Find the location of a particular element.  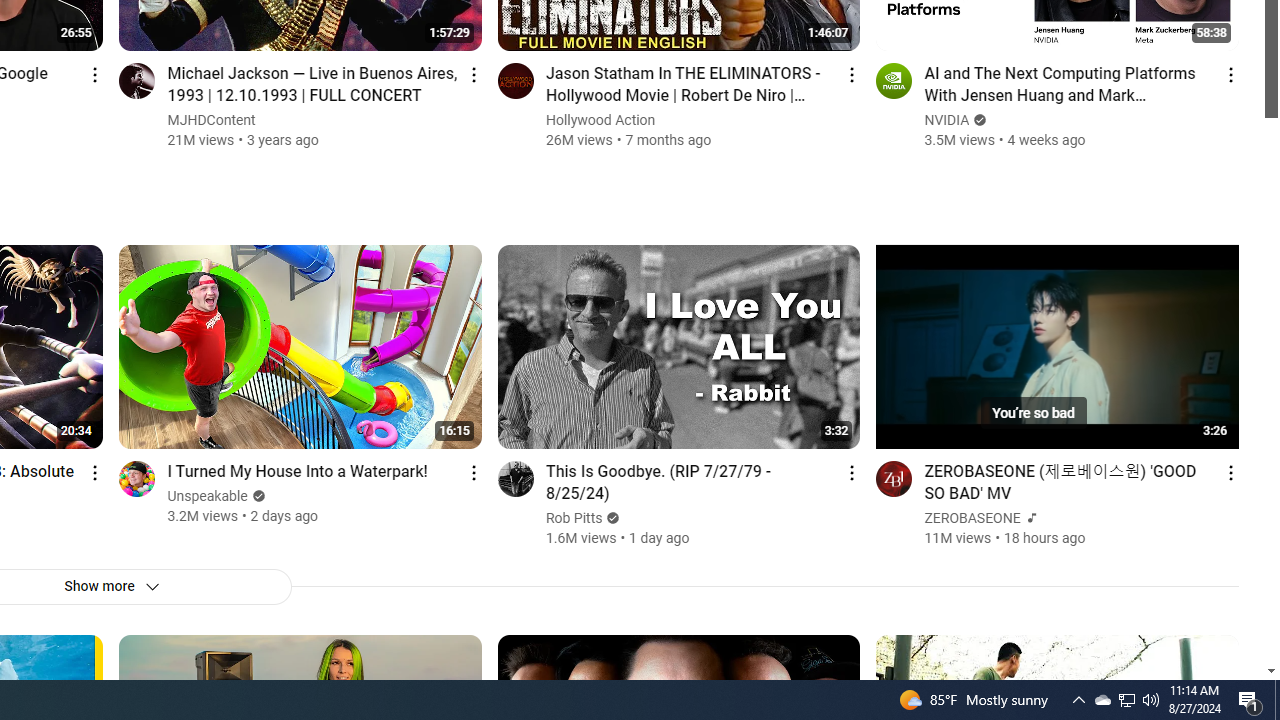

'NVIDIA' is located at coordinates (946, 120).